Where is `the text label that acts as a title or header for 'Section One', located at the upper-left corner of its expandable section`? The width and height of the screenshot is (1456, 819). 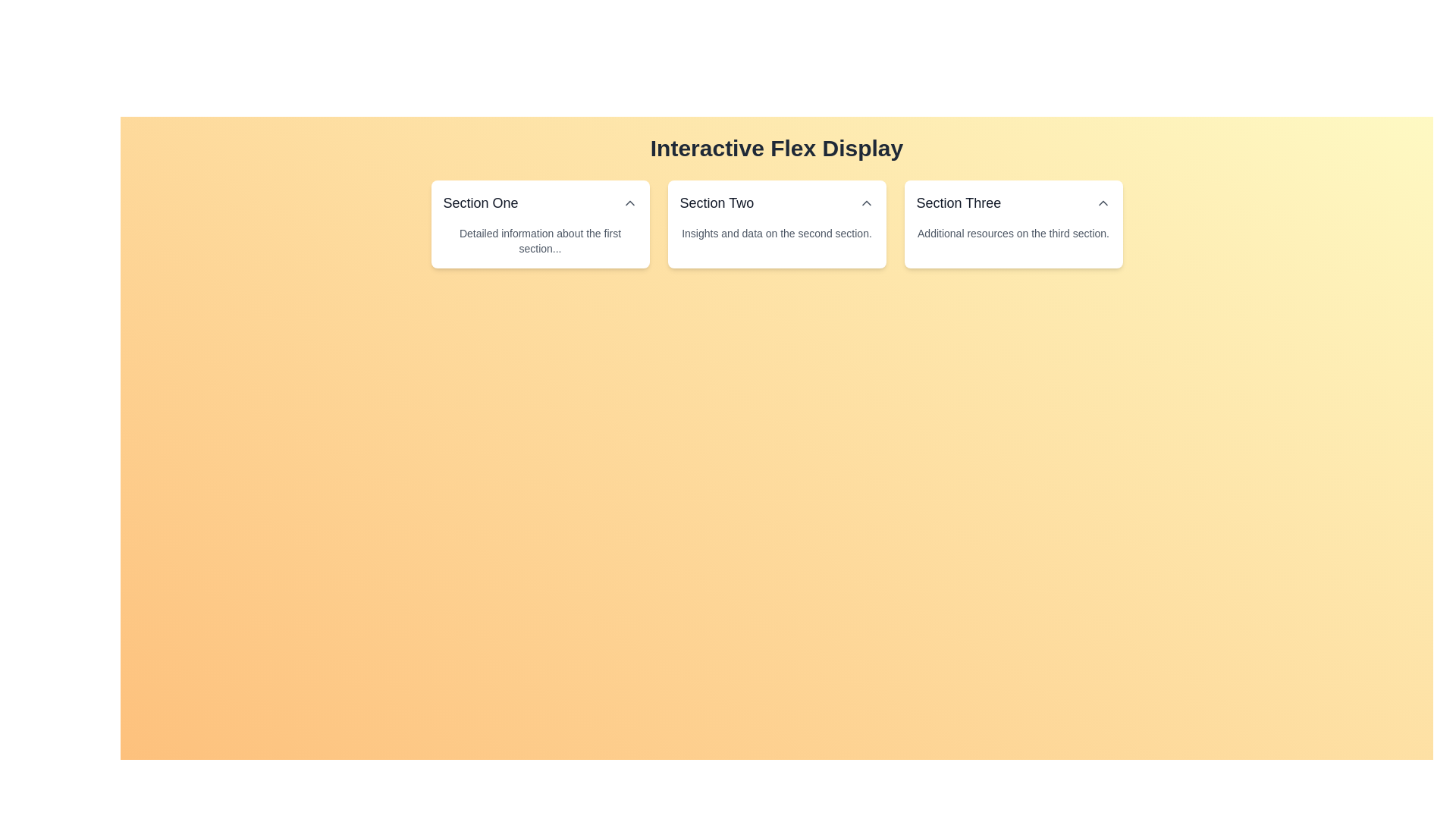 the text label that acts as a title or header for 'Section One', located at the upper-left corner of its expandable section is located at coordinates (479, 202).